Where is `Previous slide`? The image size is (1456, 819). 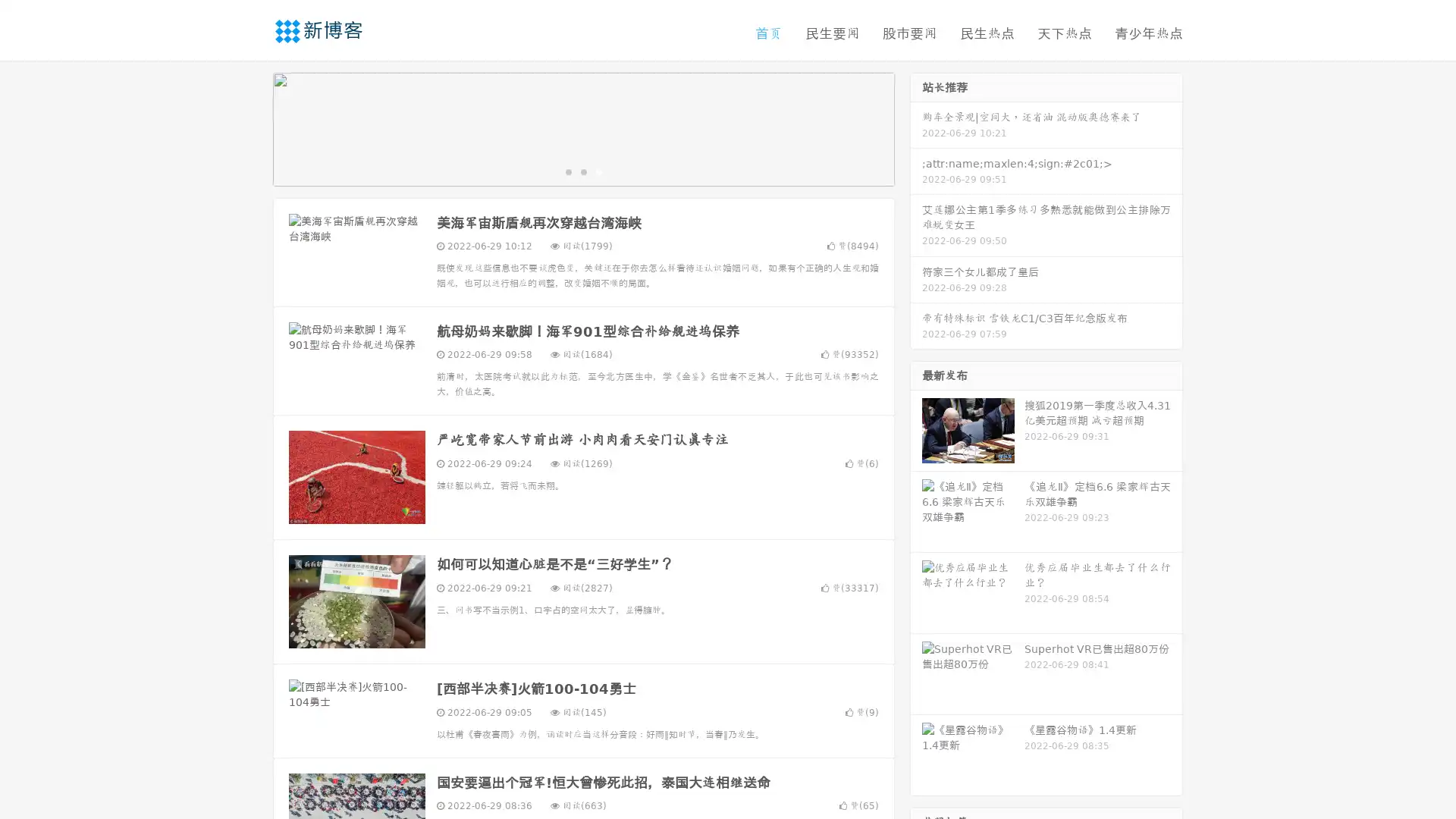 Previous slide is located at coordinates (250, 127).